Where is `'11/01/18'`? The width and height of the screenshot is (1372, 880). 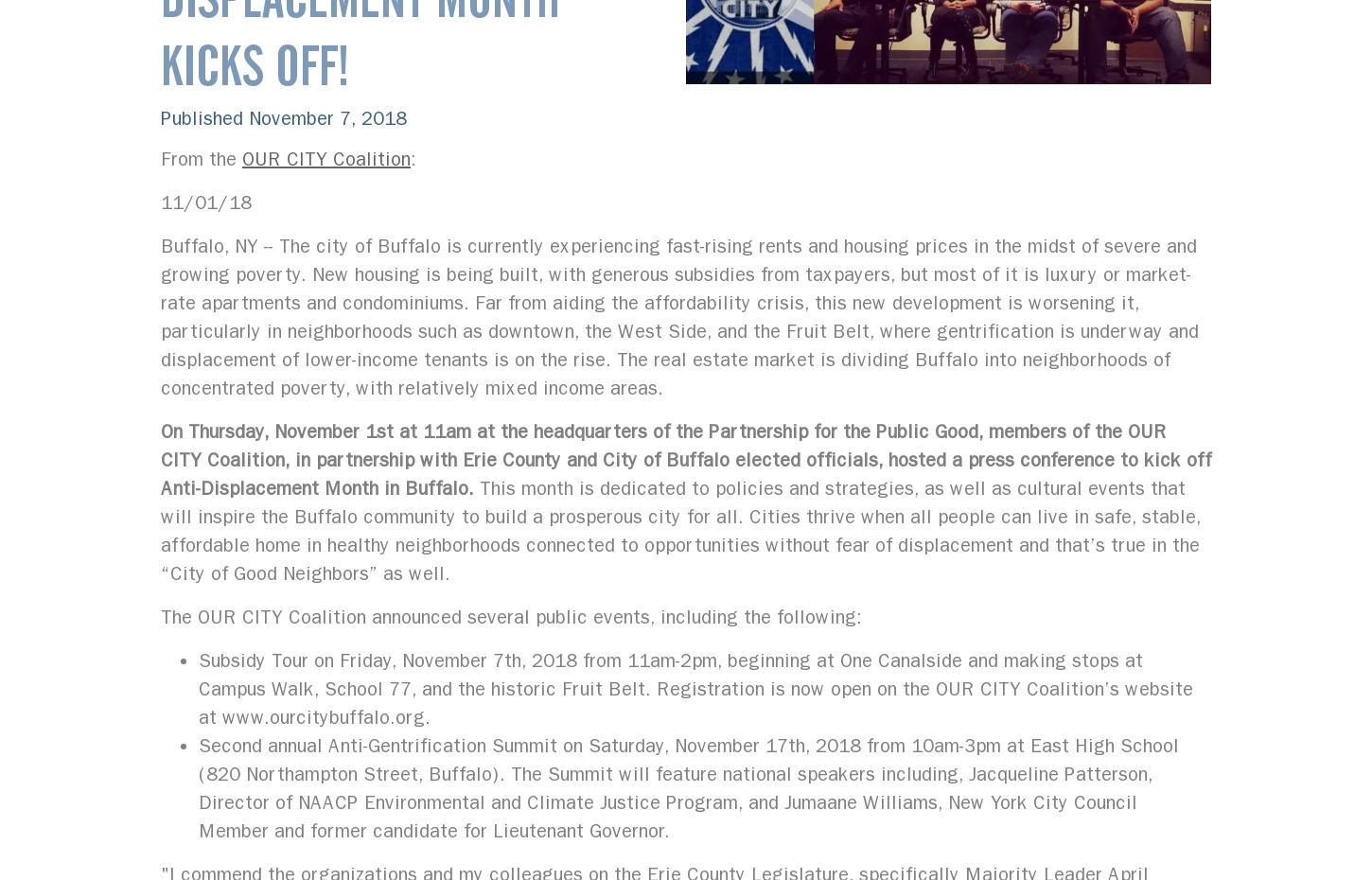 '11/01/18' is located at coordinates (204, 202).